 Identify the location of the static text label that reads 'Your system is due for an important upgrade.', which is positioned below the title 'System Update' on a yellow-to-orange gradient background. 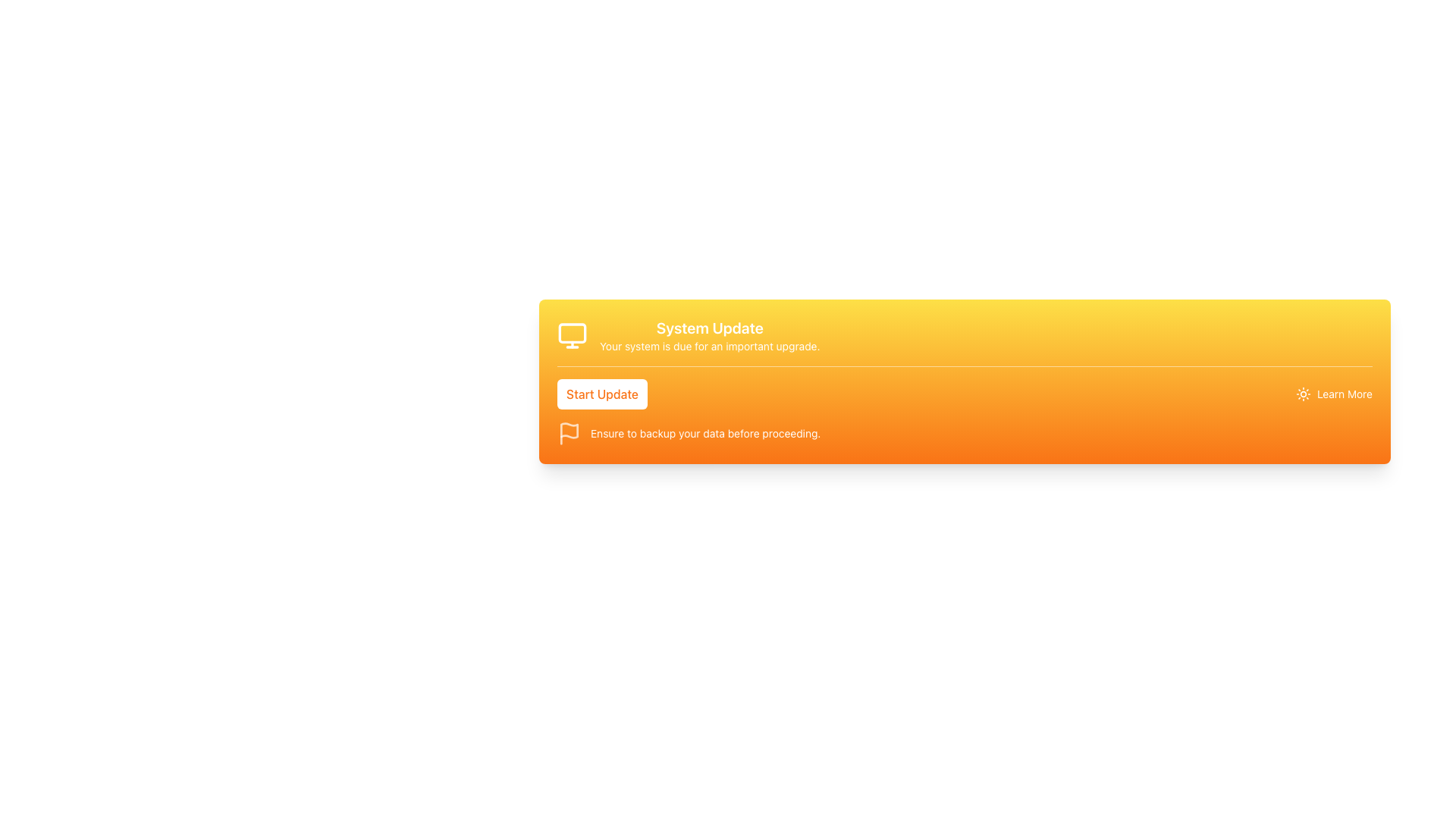
(709, 346).